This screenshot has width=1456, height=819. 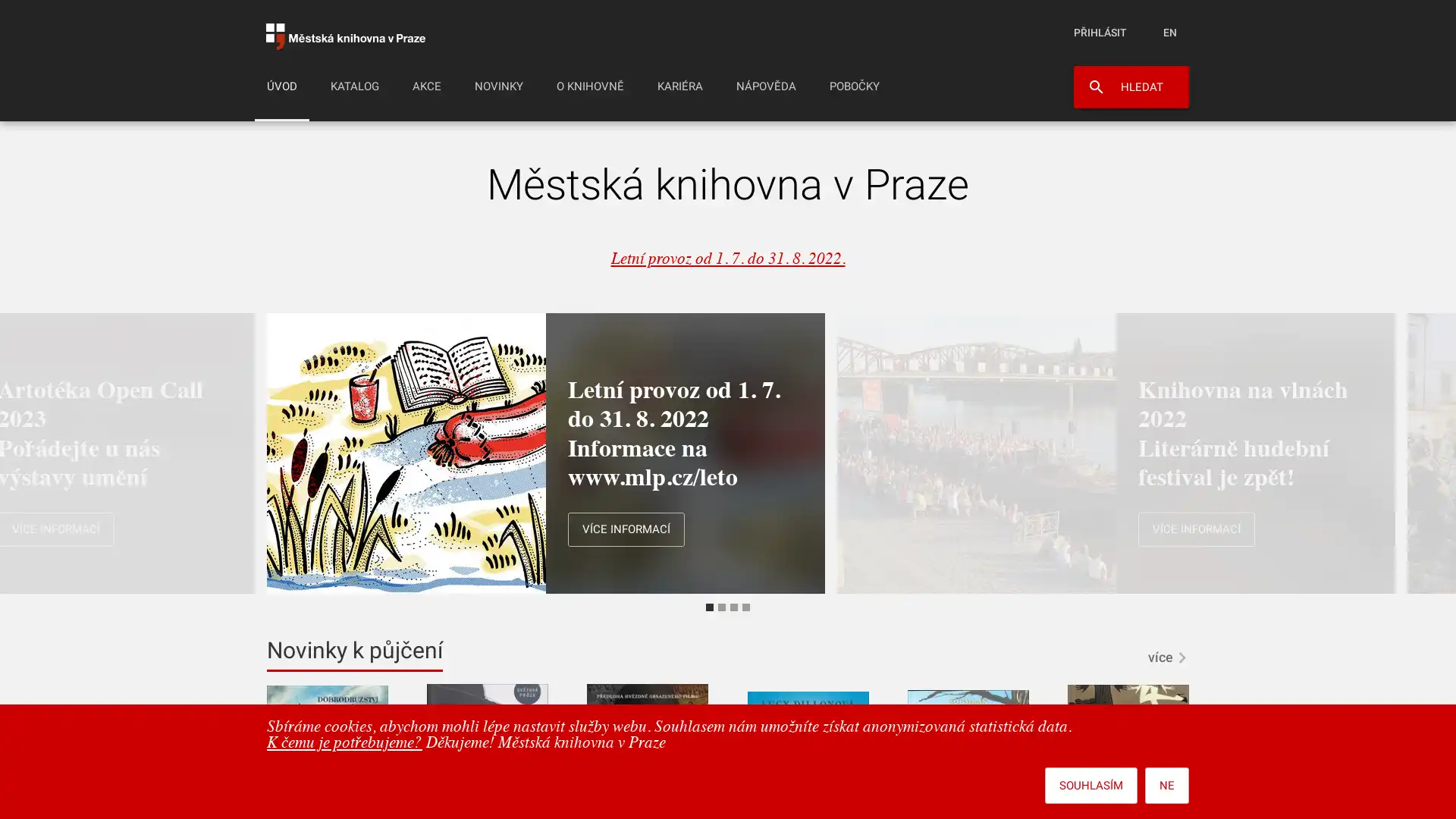 I want to click on SOUHLASIM, so click(x=1090, y=785).